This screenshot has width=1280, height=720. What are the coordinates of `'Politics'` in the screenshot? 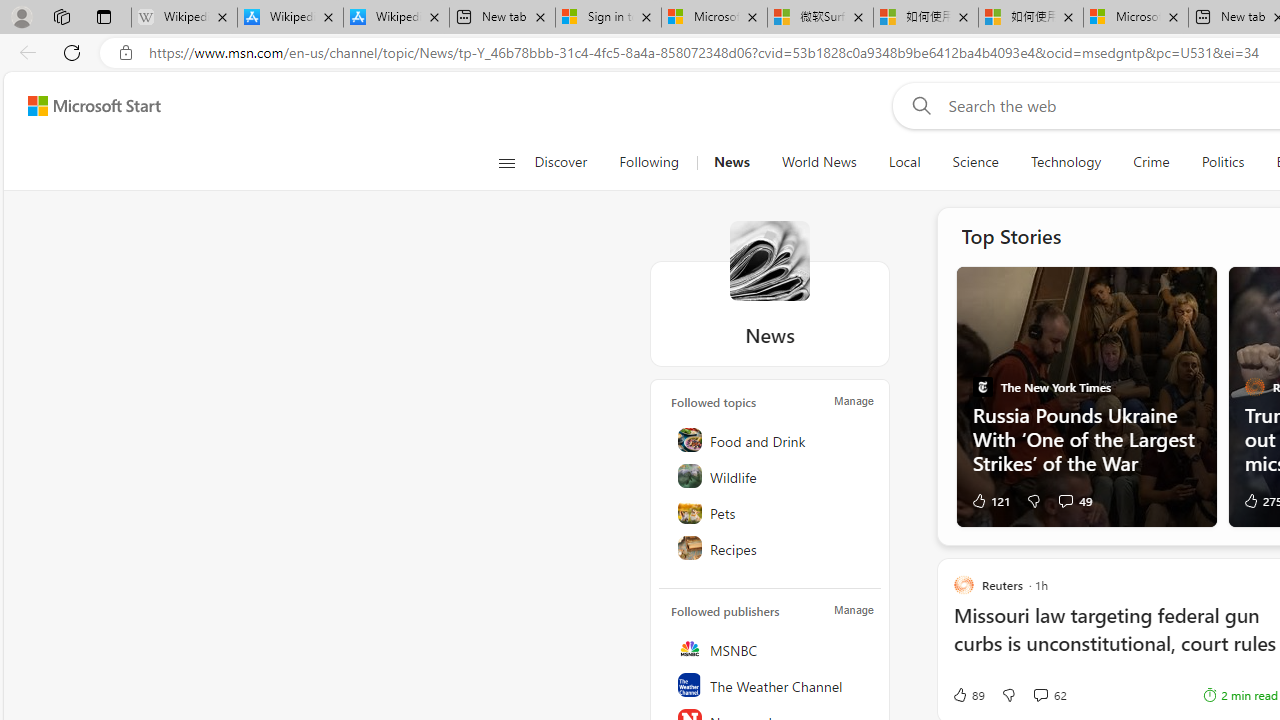 It's located at (1222, 162).